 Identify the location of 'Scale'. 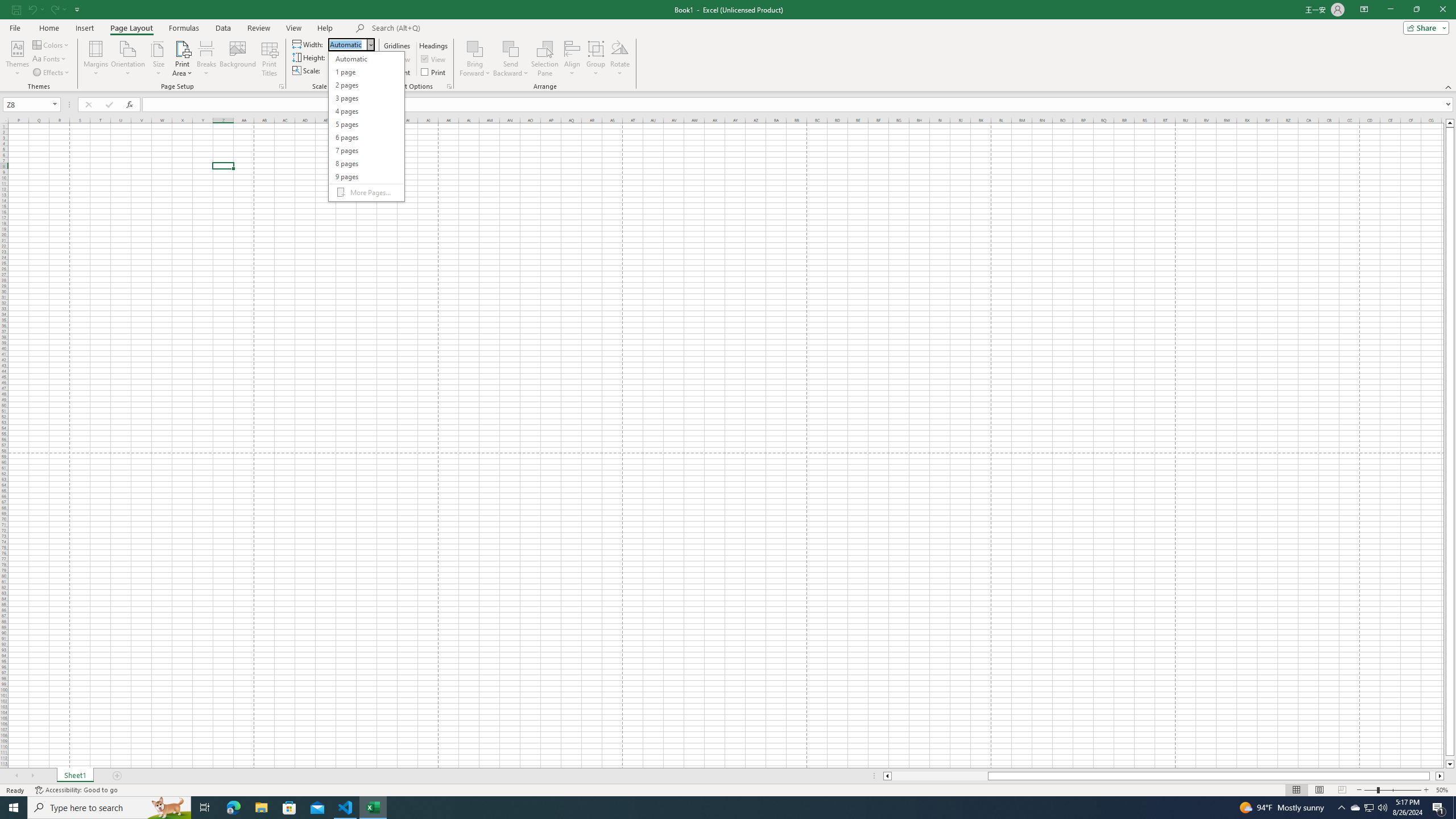
(345, 70).